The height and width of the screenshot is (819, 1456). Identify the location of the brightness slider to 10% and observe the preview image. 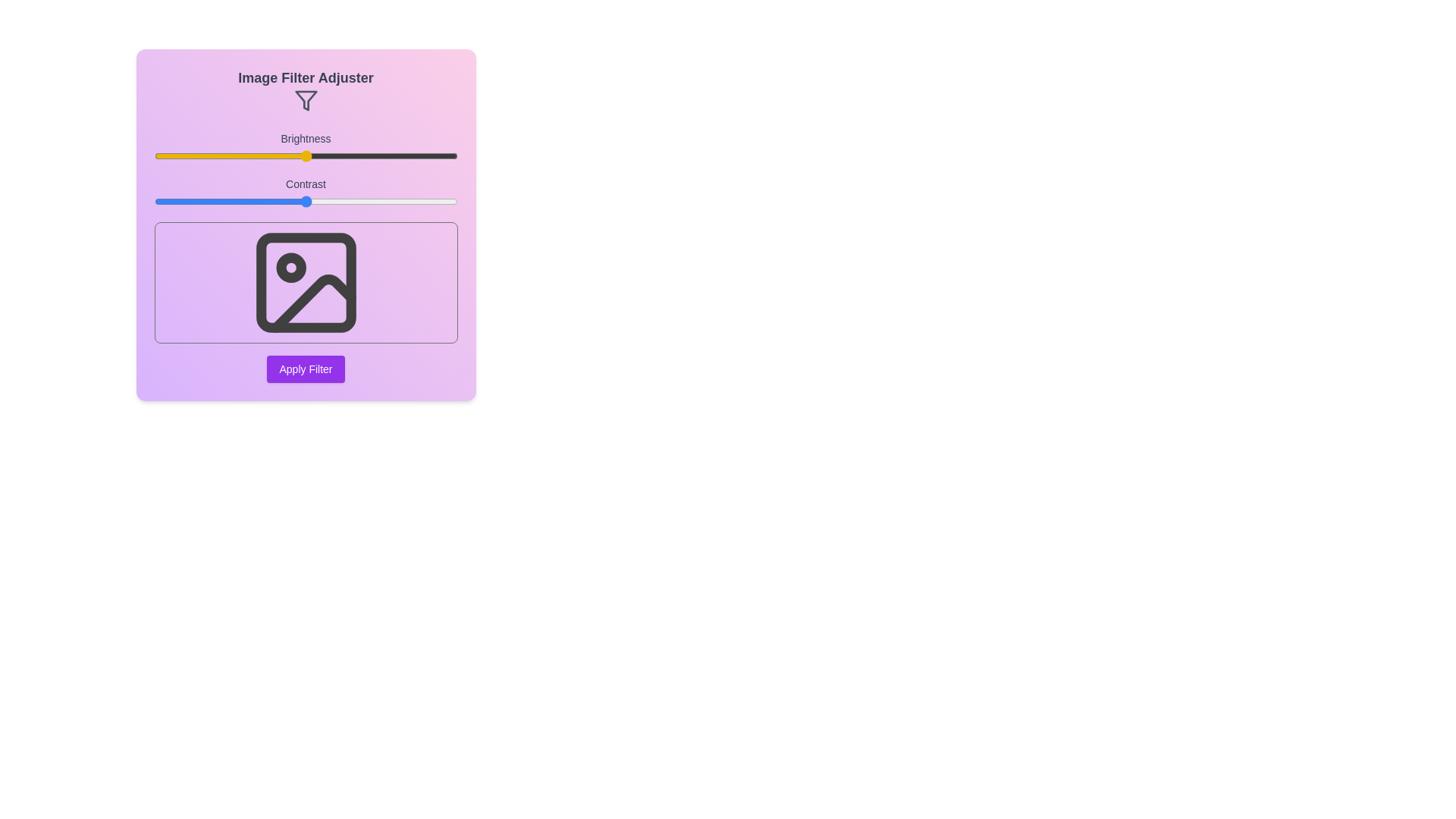
(184, 155).